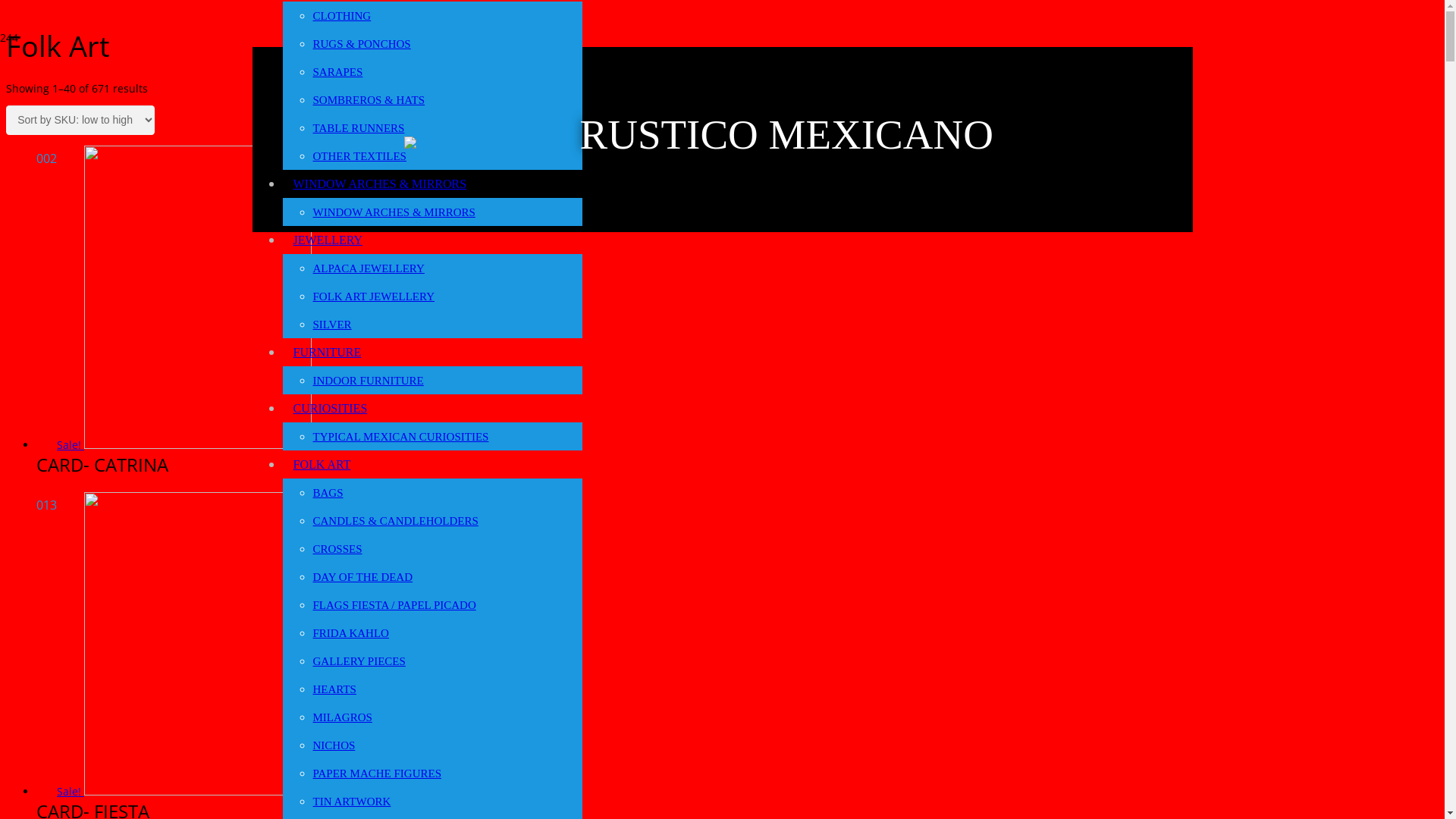 This screenshot has height=819, width=1456. I want to click on 'SARAPES', so click(337, 72).